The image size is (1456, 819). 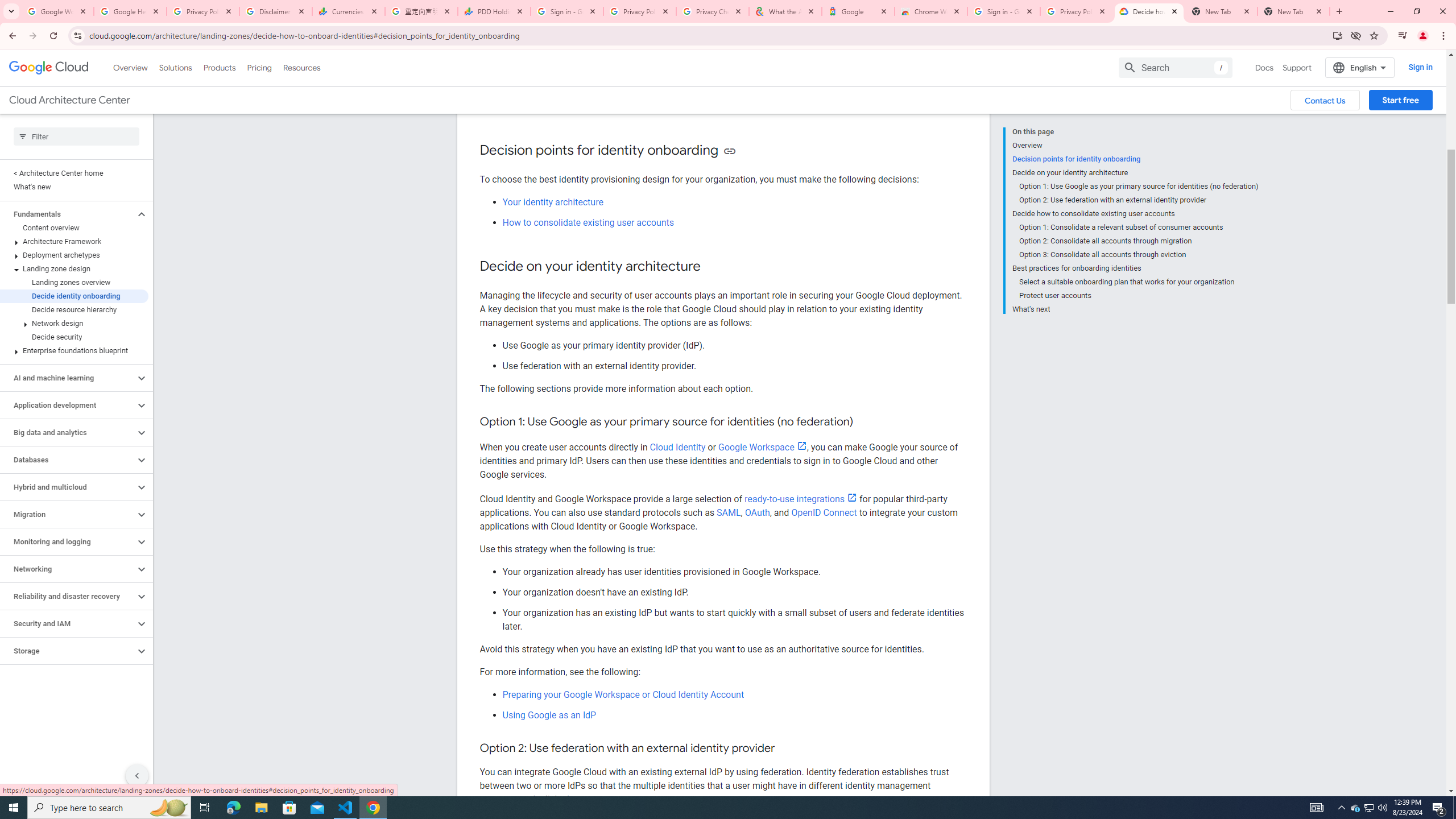 What do you see at coordinates (1134, 159) in the screenshot?
I see `'Decision points for identity onboarding'` at bounding box center [1134, 159].